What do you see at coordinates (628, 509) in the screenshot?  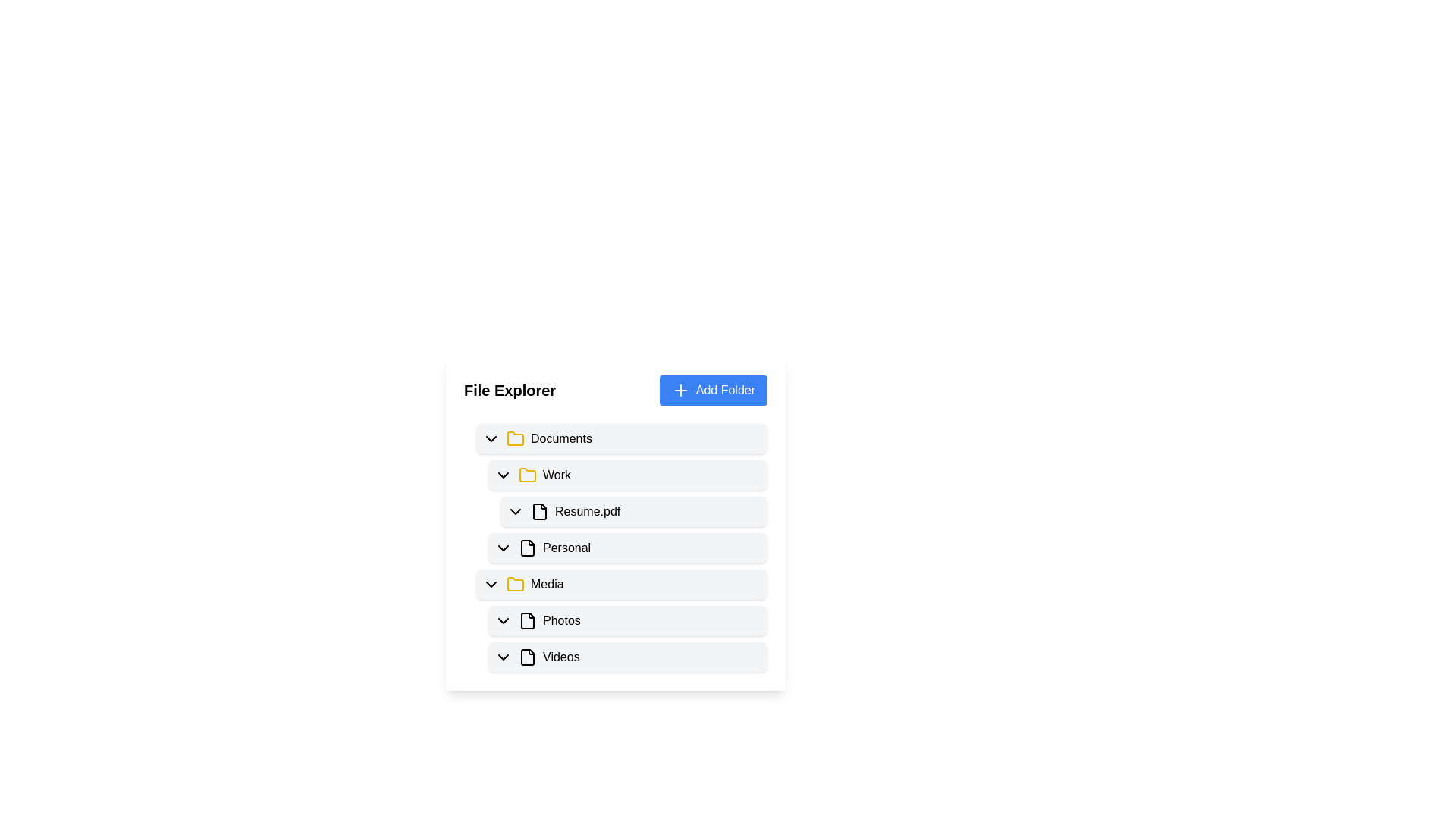 I see `the list item labeled 'Resume.pdf'` at bounding box center [628, 509].